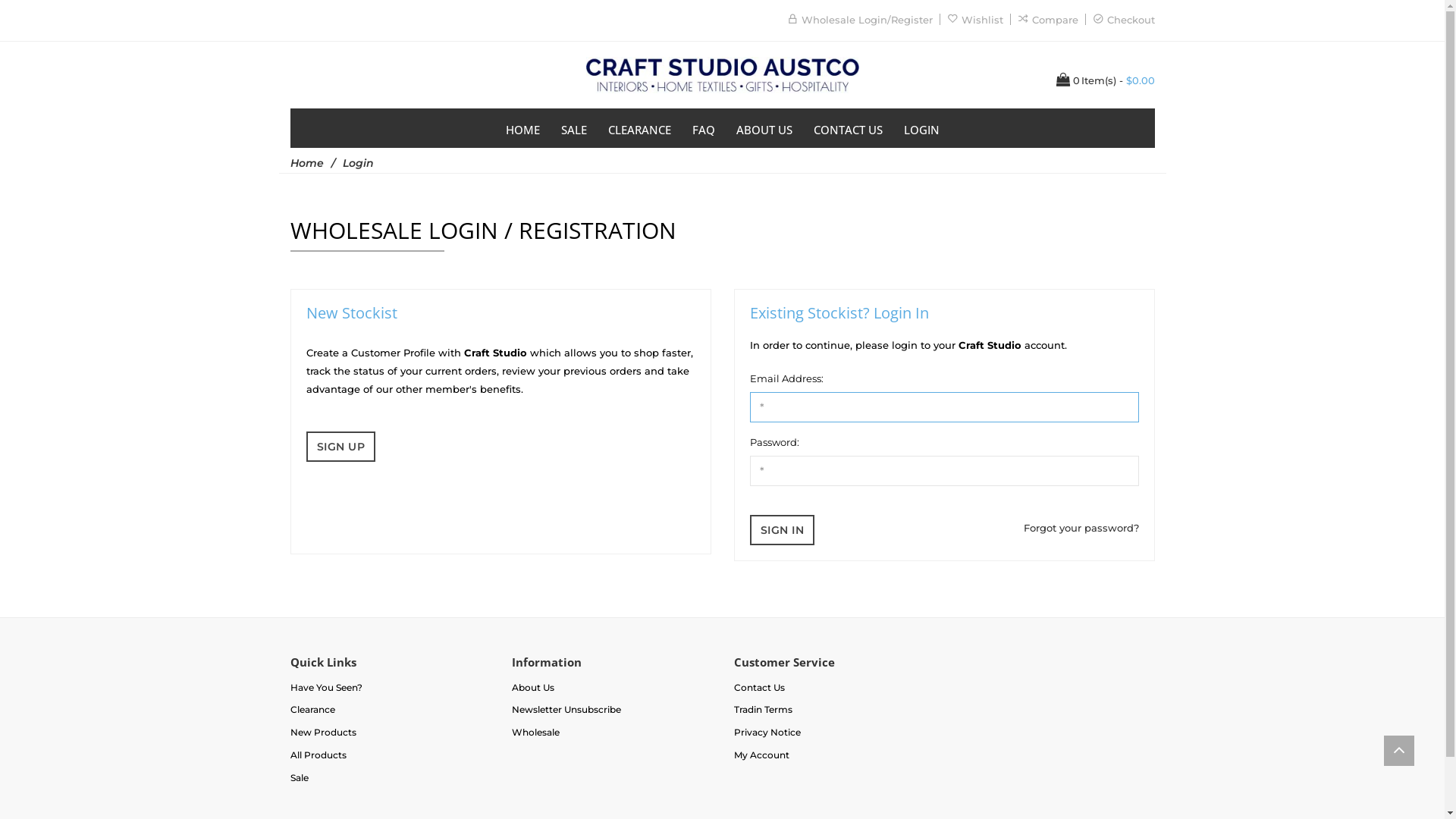  Describe the element at coordinates (1080, 527) in the screenshot. I see `'Forgot your password?'` at that location.